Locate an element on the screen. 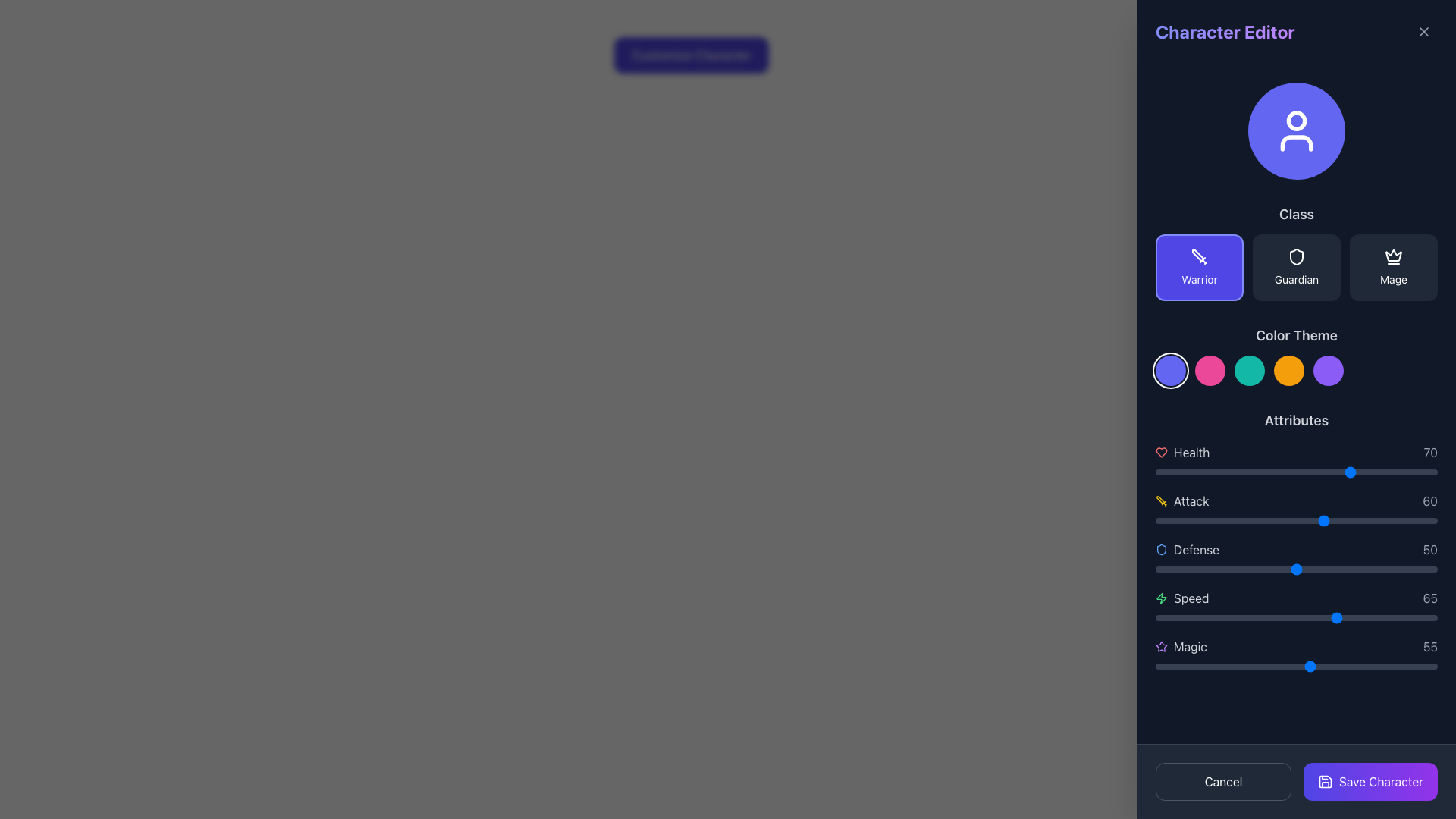 The image size is (1456, 819). the gray number '55' static text label displayed in a clear sans-serif font, located at the right-side end of the 'Magic' attribute row, aligned horizontally with the star icon and the text 'Magic' is located at coordinates (1429, 646).